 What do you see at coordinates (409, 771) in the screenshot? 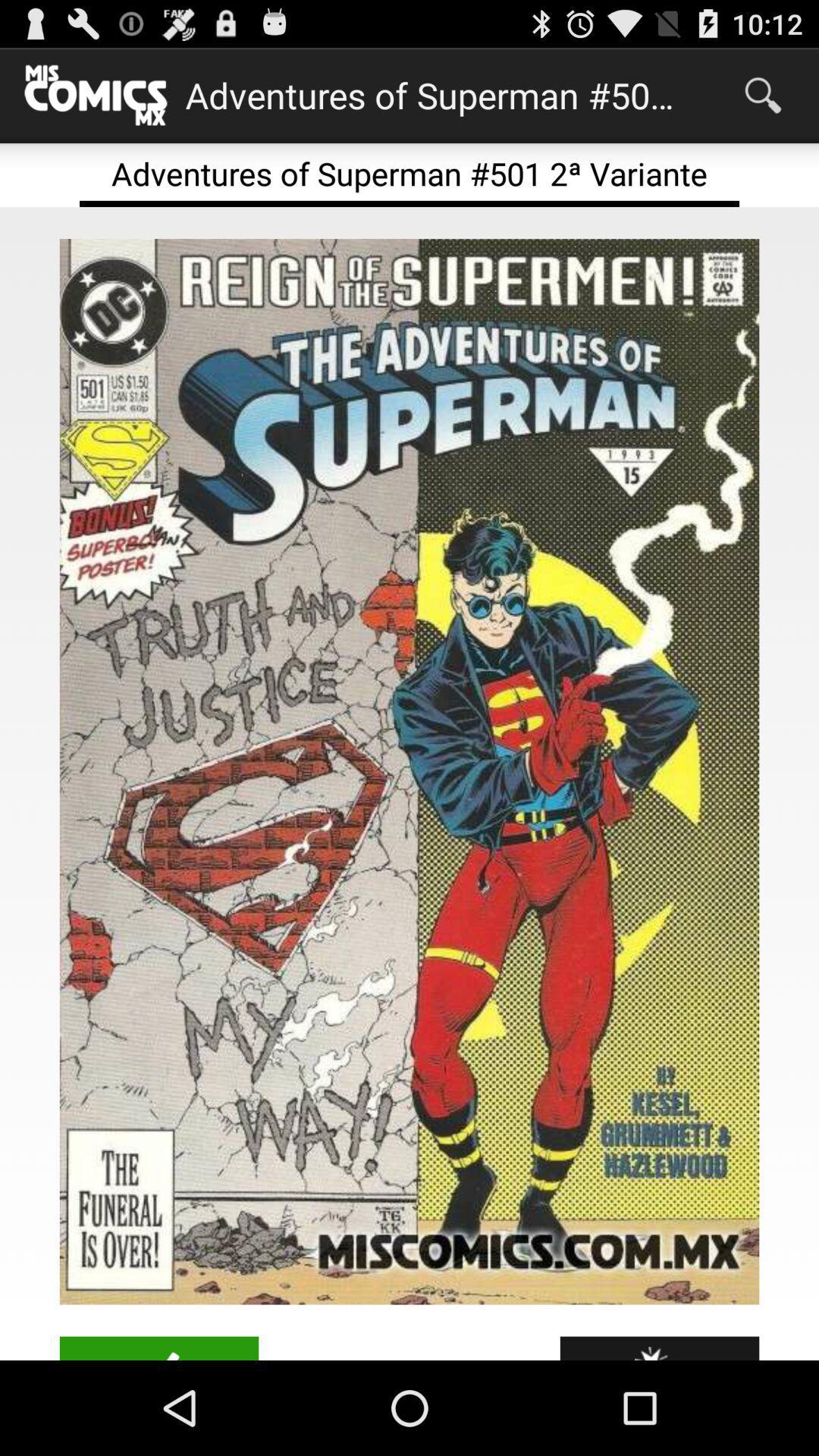
I see `the icon at the center` at bounding box center [409, 771].